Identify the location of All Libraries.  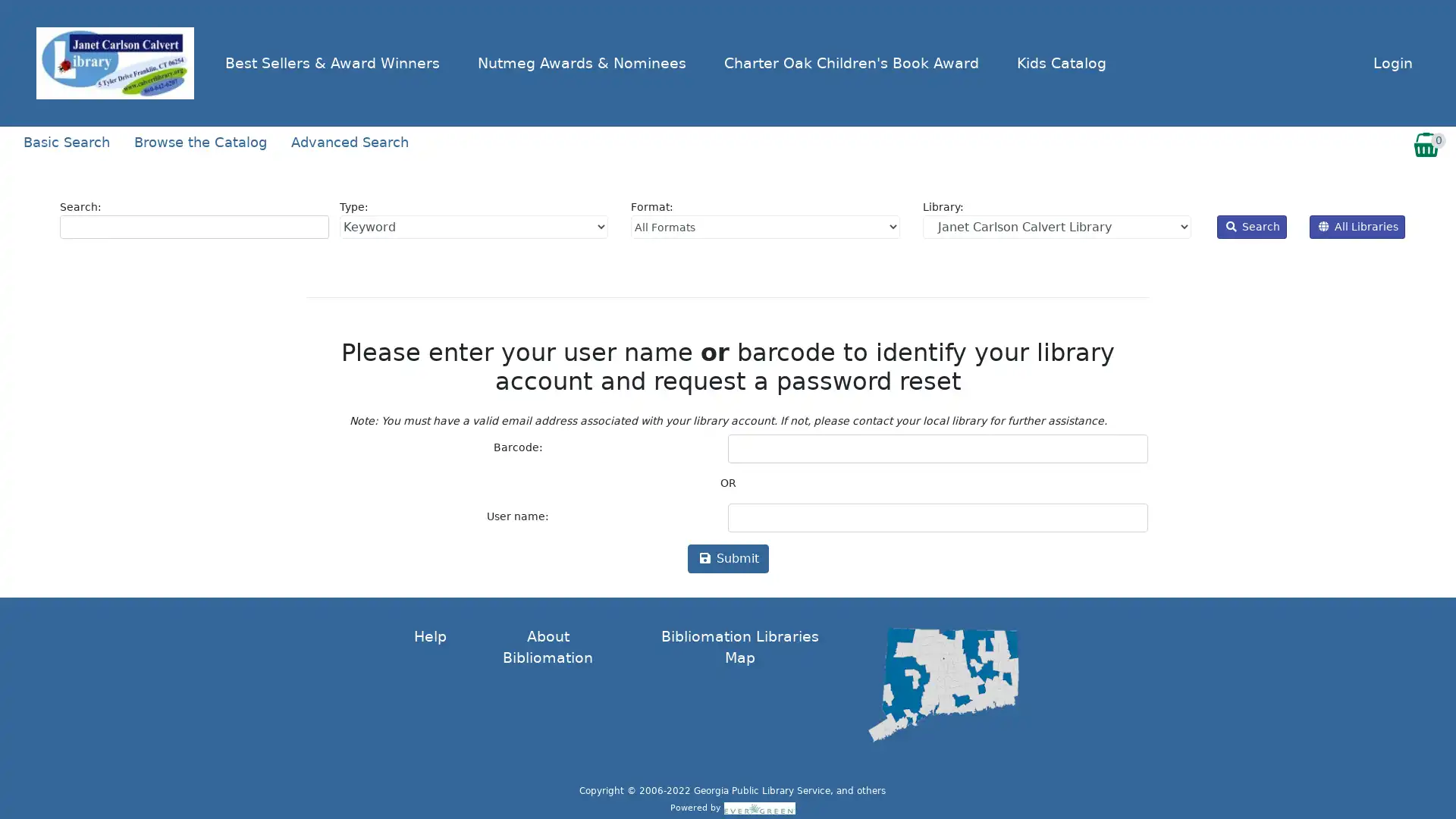
(1357, 226).